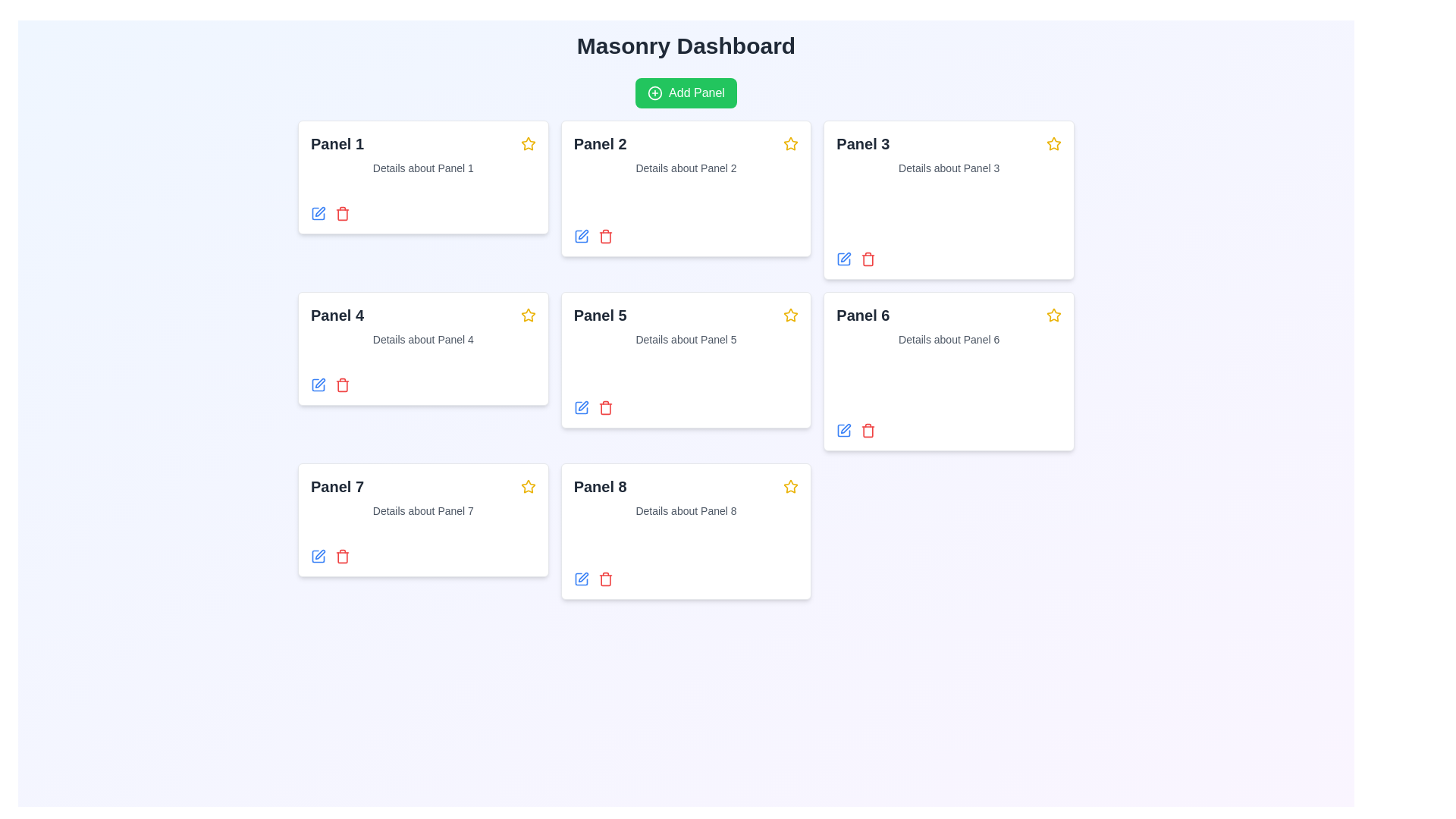 The width and height of the screenshot is (1456, 819). I want to click on the 'Panel 6' card component in the dashboard, so click(948, 371).